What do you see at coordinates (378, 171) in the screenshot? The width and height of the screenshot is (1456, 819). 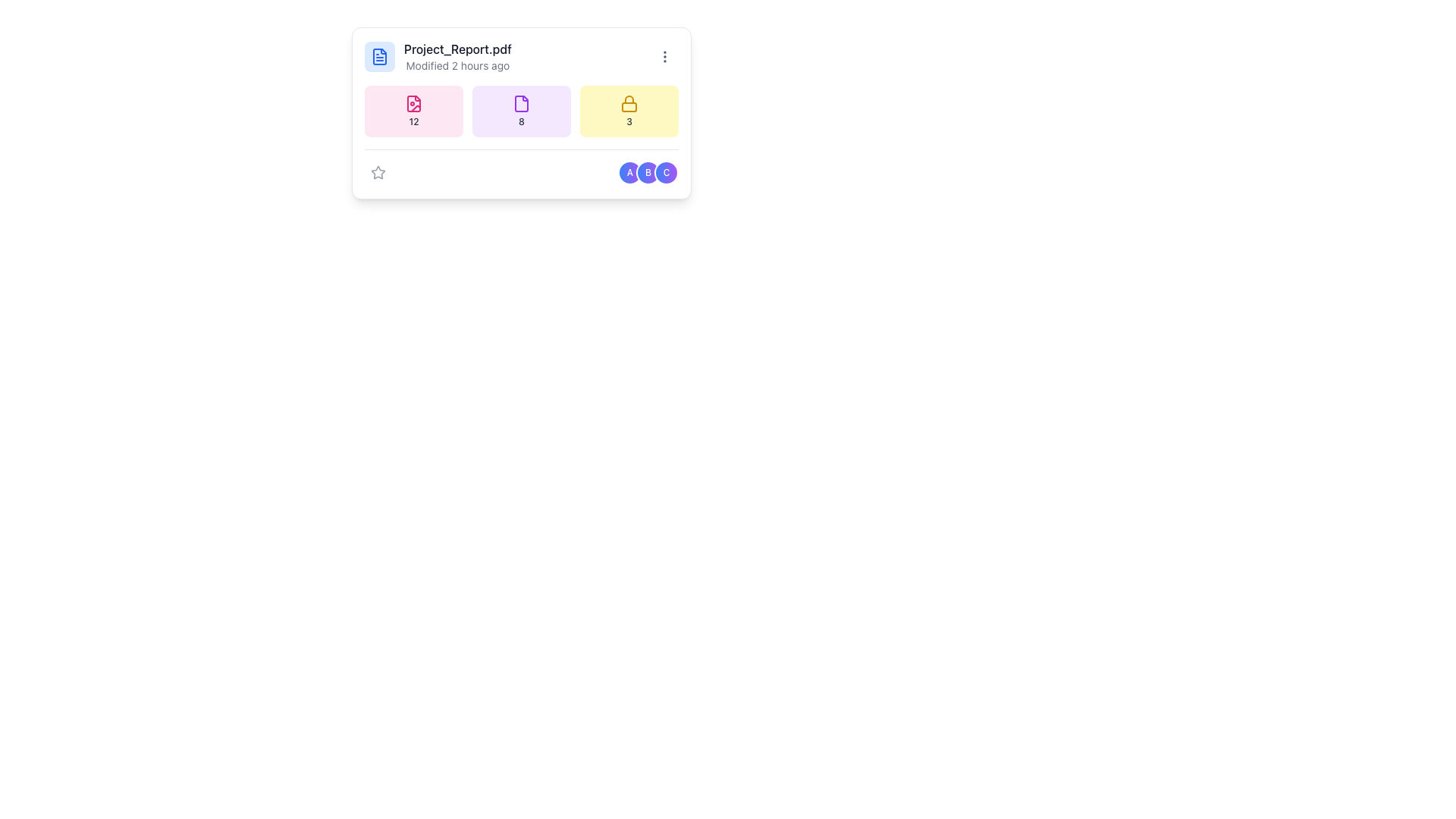 I see `the icon located in the bottom area of the UI section that displays file details, which is likely used for rating, favoriting, or marking an item` at bounding box center [378, 171].